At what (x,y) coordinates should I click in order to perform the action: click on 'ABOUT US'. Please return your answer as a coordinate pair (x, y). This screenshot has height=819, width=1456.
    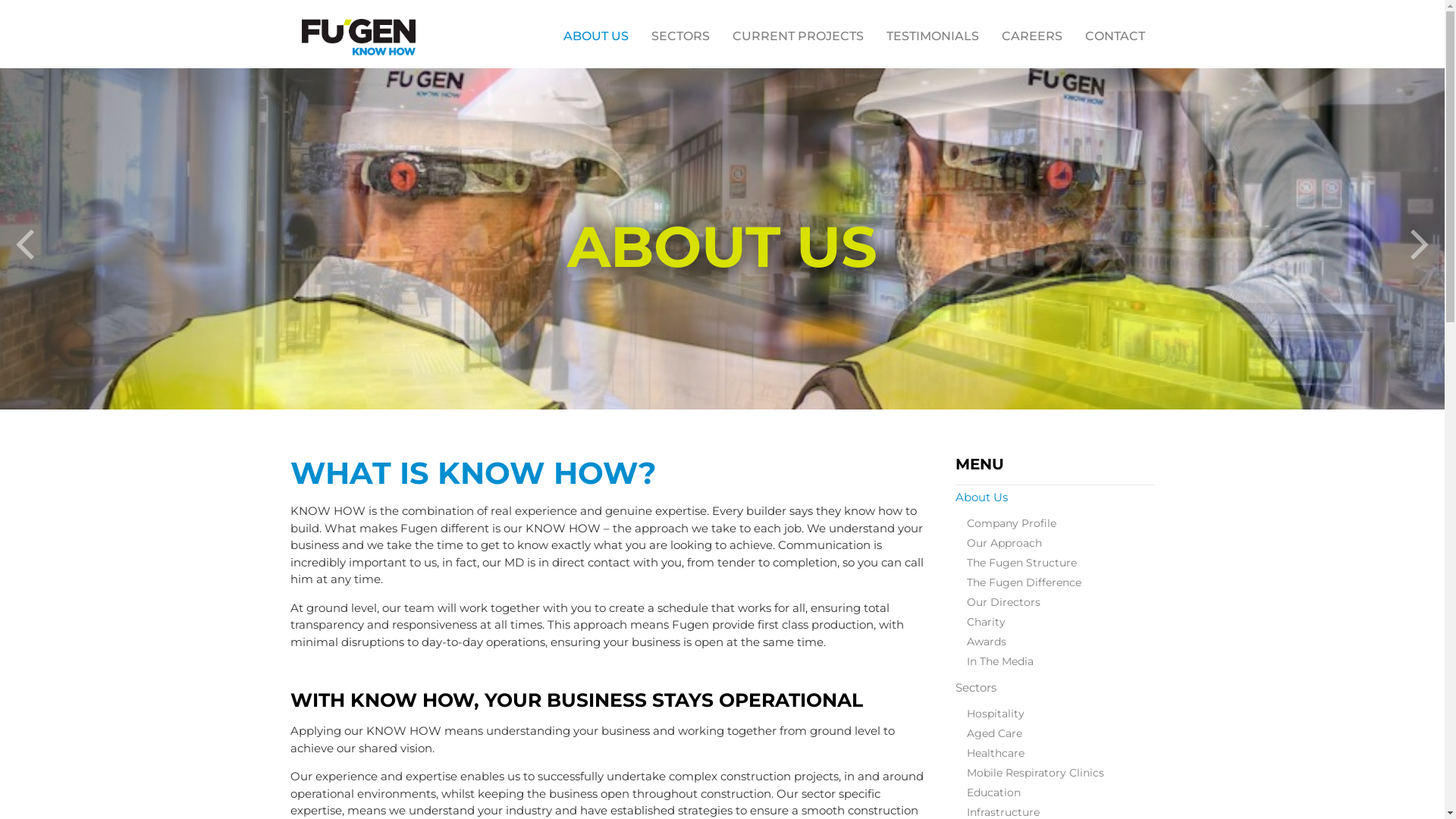
    Looking at the image, I should click on (595, 35).